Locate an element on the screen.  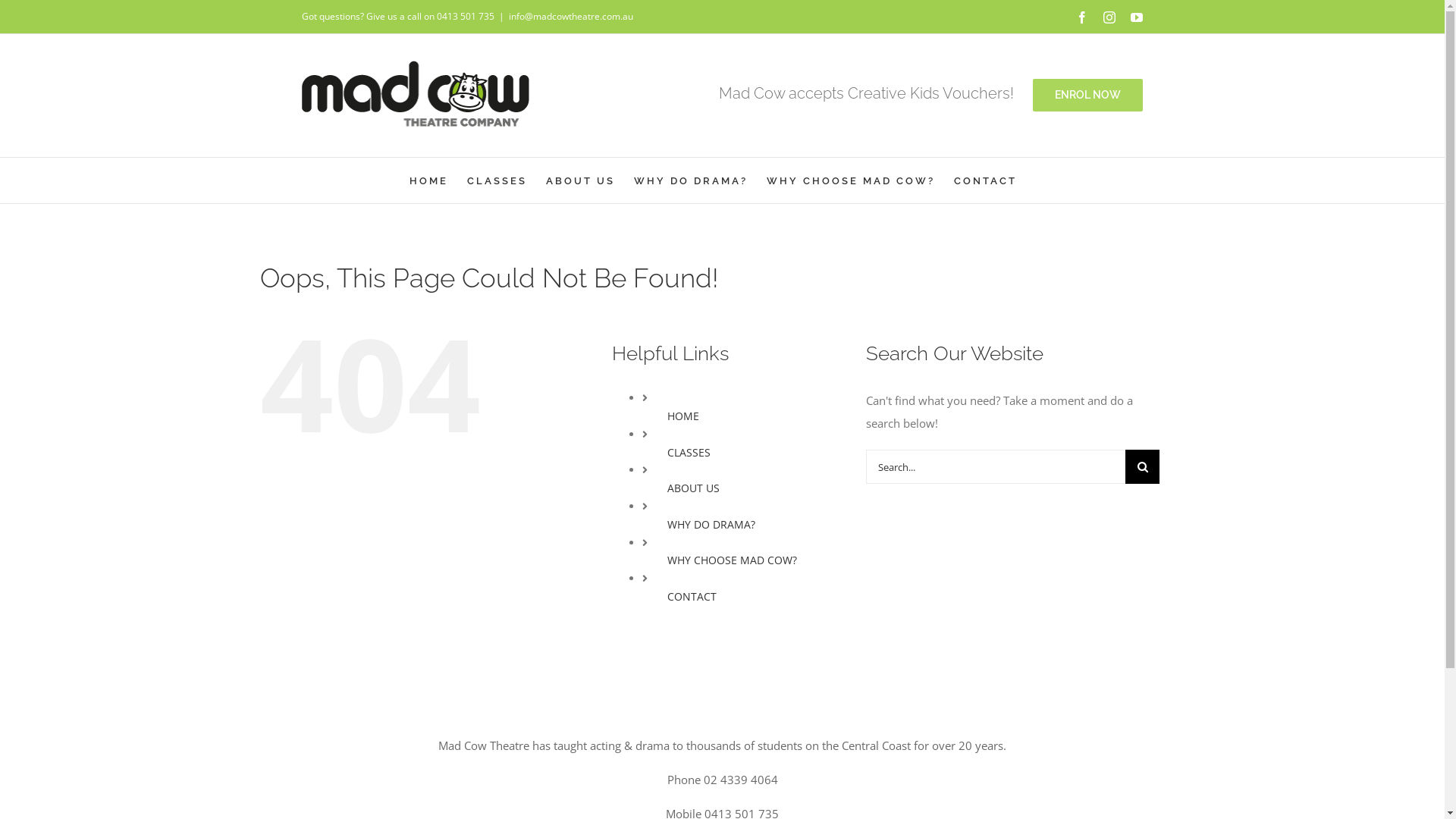
'WHY CHOOSE MAD COW?' is located at coordinates (667, 560).